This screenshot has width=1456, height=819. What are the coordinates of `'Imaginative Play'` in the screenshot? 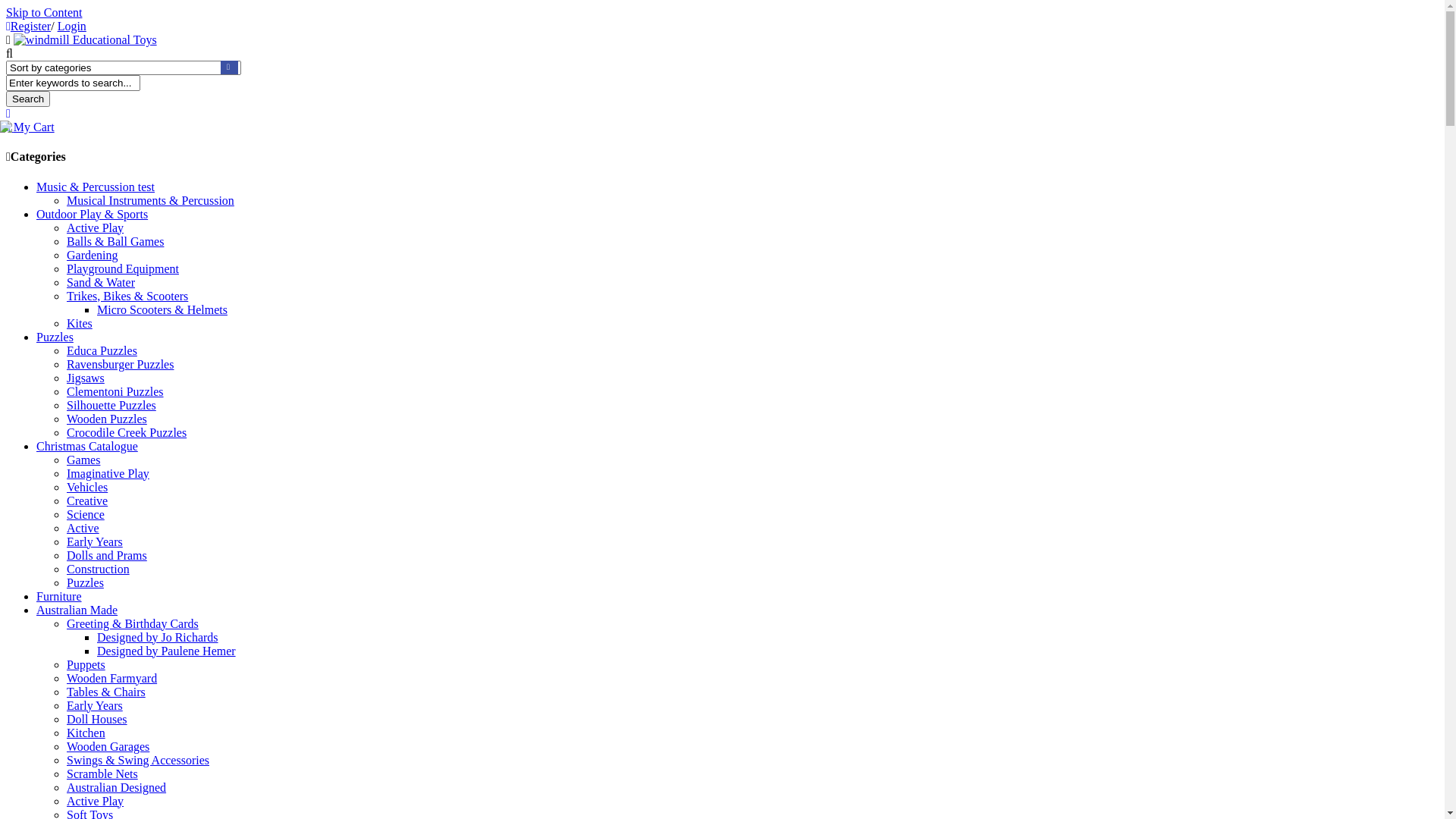 It's located at (107, 472).